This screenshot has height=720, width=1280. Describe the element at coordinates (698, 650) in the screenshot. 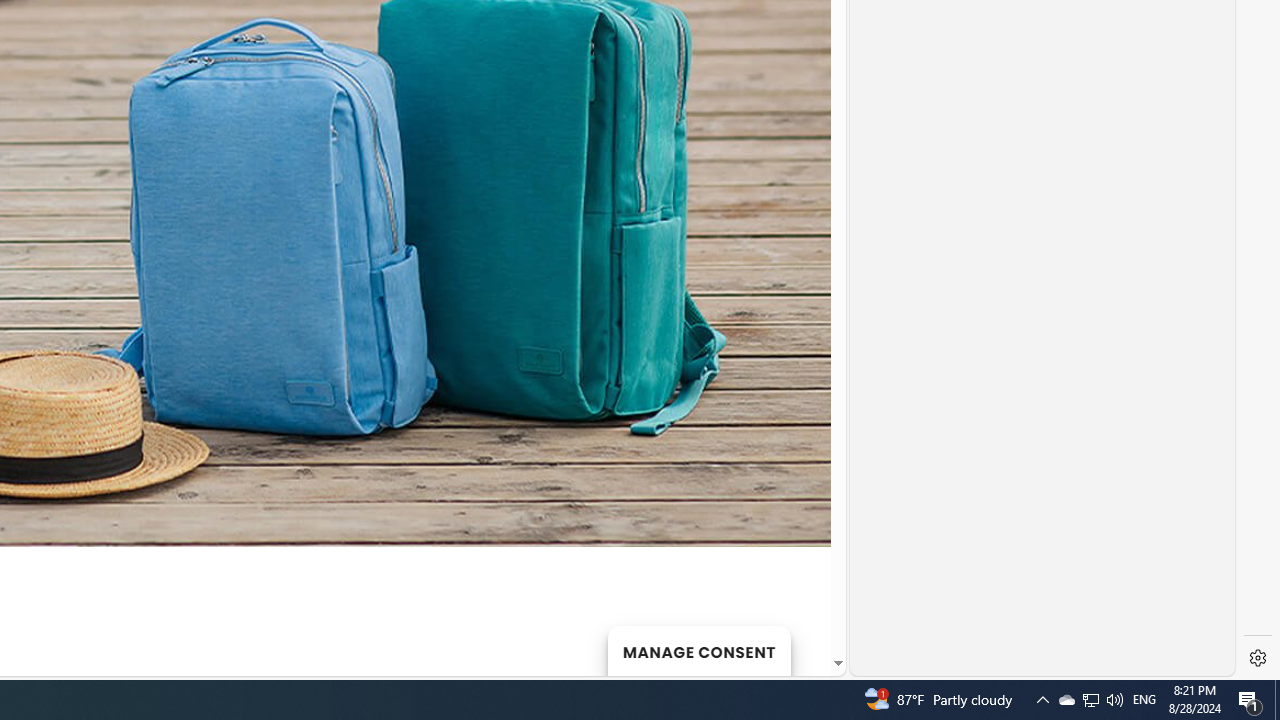

I see `'MANAGE CONSENT'` at that location.